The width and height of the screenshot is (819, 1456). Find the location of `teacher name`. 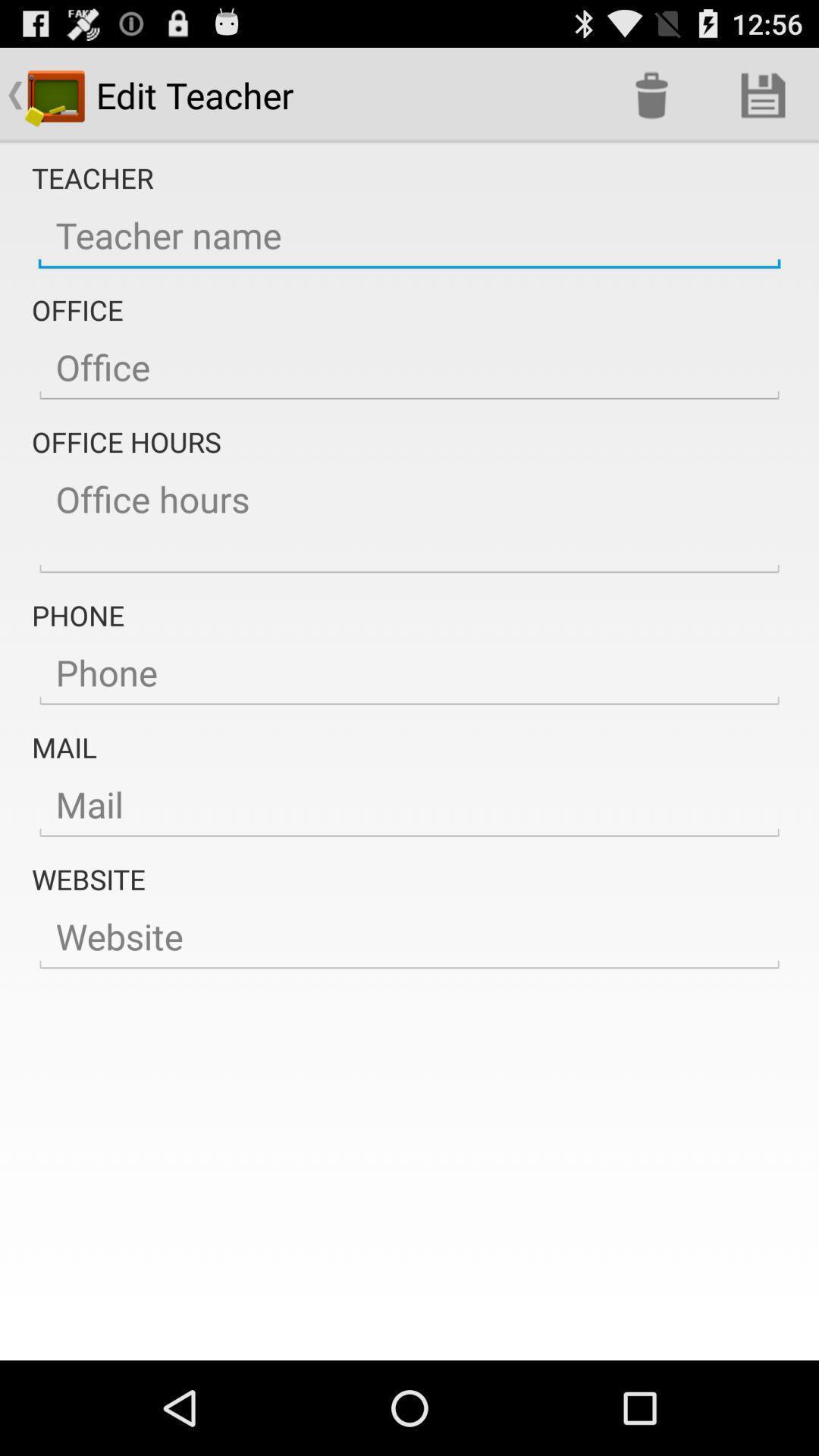

teacher name is located at coordinates (409, 235).